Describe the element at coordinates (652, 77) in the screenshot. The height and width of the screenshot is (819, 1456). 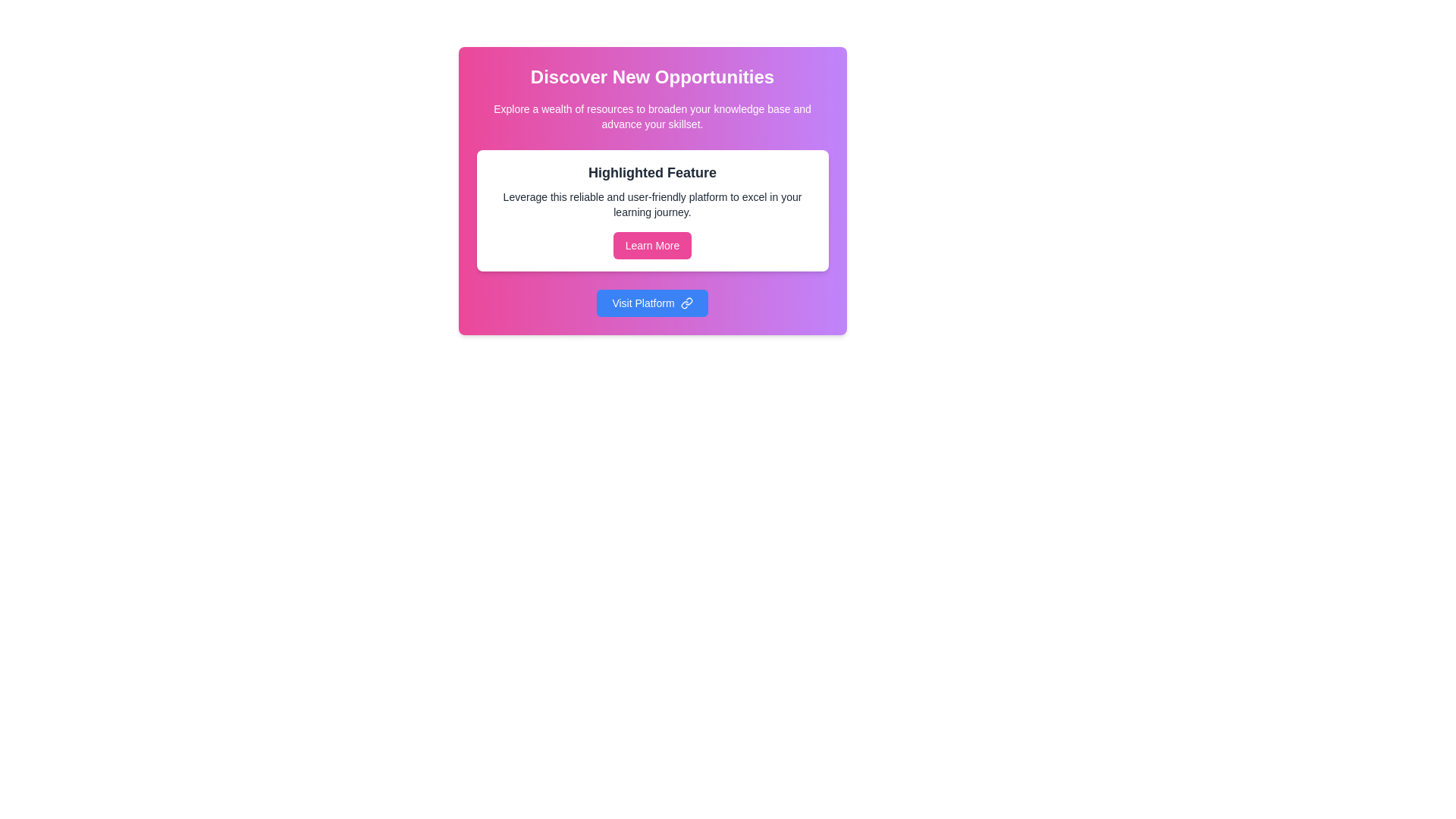
I see `bold and large text header stating 'Discover New Opportunities', which is centered at the top of a rounded rectangular card-like interface with a gradient background` at that location.